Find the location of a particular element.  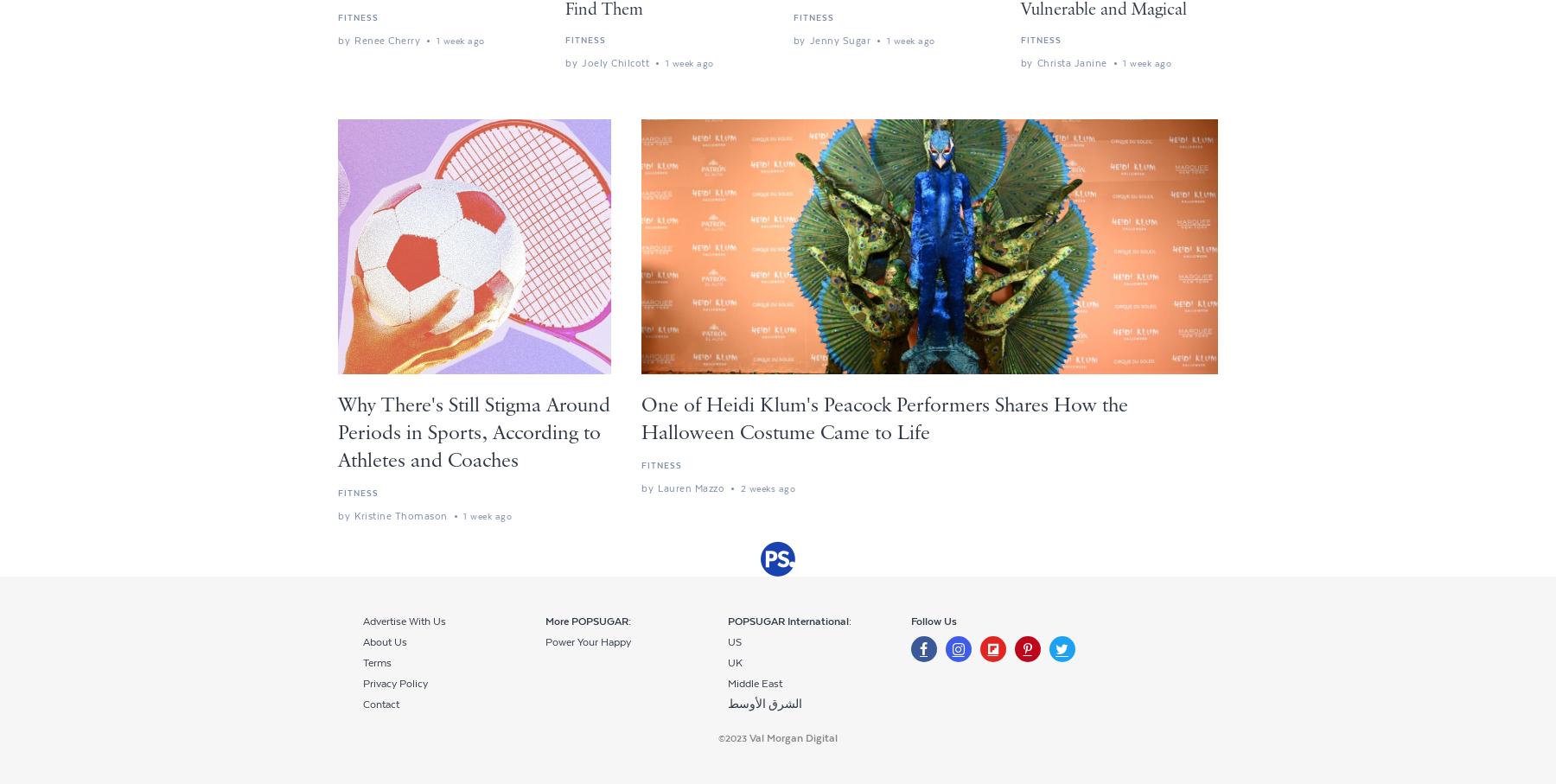

'Contact' is located at coordinates (362, 704).